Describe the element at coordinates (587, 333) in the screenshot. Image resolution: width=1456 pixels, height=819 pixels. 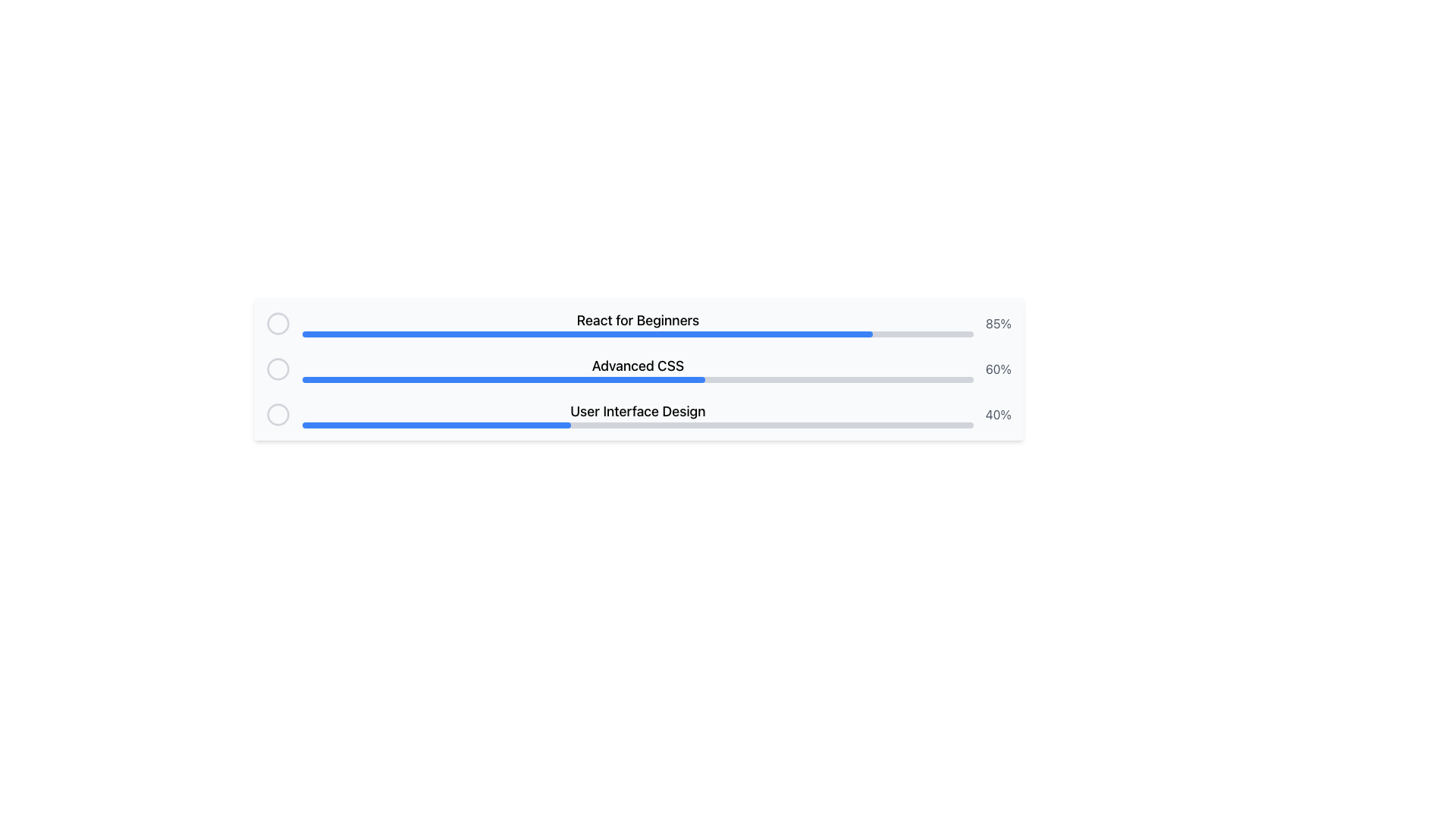
I see `the first progress bar representing 85% completion for the 'React for Beginners' task, located at the top of the vertical stack of progress bars` at that location.